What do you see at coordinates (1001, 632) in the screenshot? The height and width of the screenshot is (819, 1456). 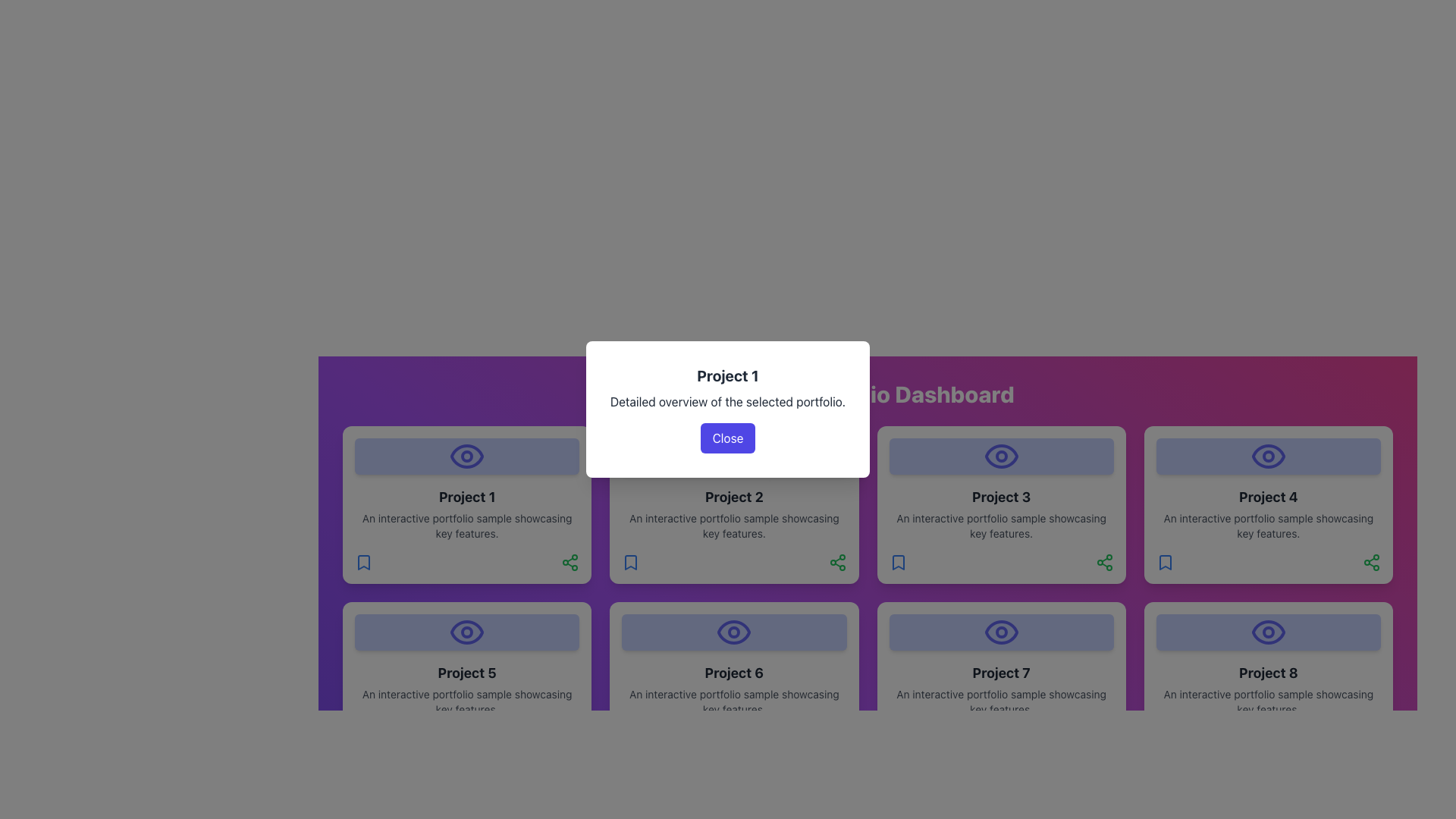 I see `the blue outlined eye icon indicating visibility feature located in the second column, second row of the grid layout under the 'Project 7' card` at bounding box center [1001, 632].